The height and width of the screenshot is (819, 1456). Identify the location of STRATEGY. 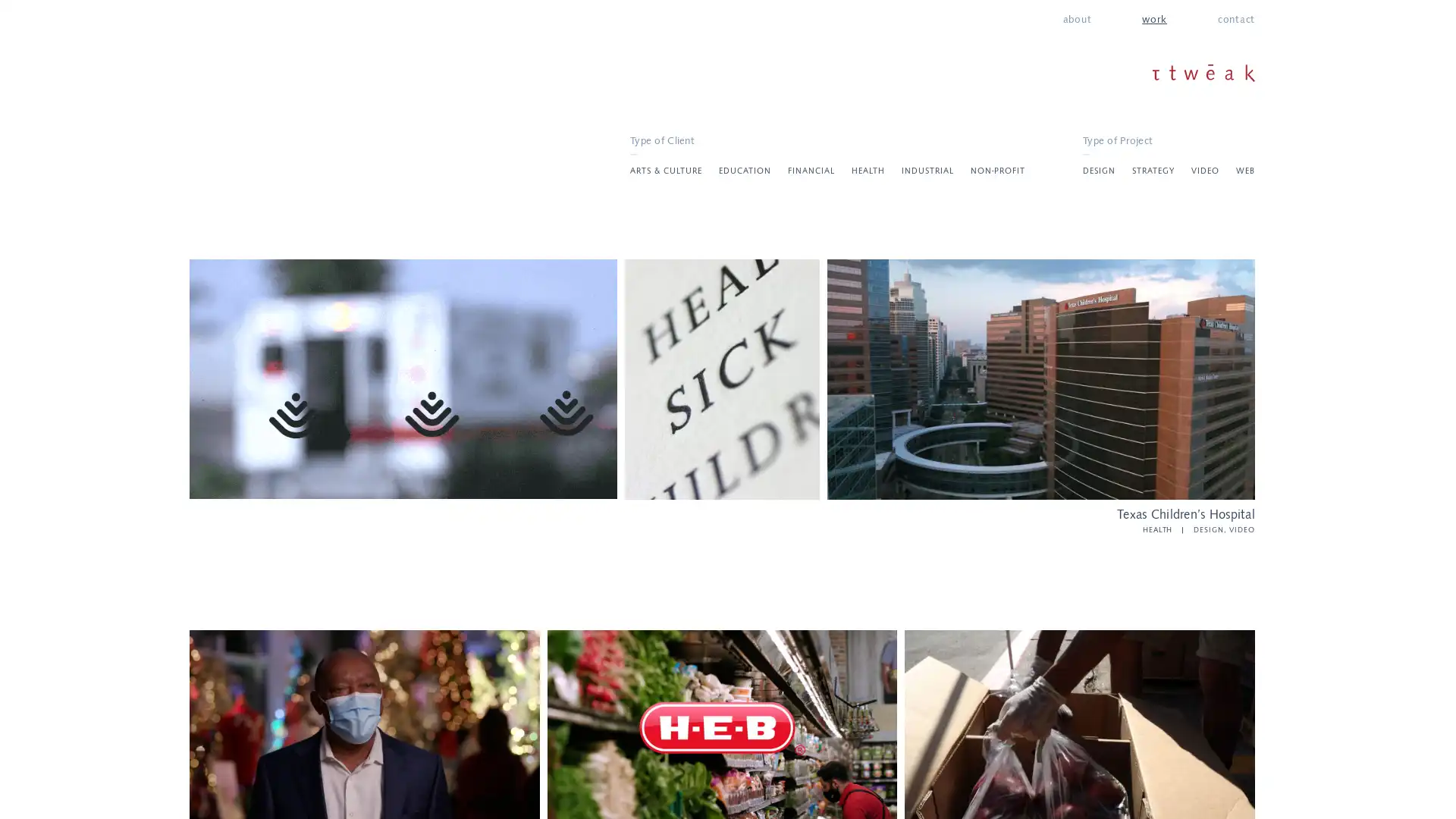
(1153, 171).